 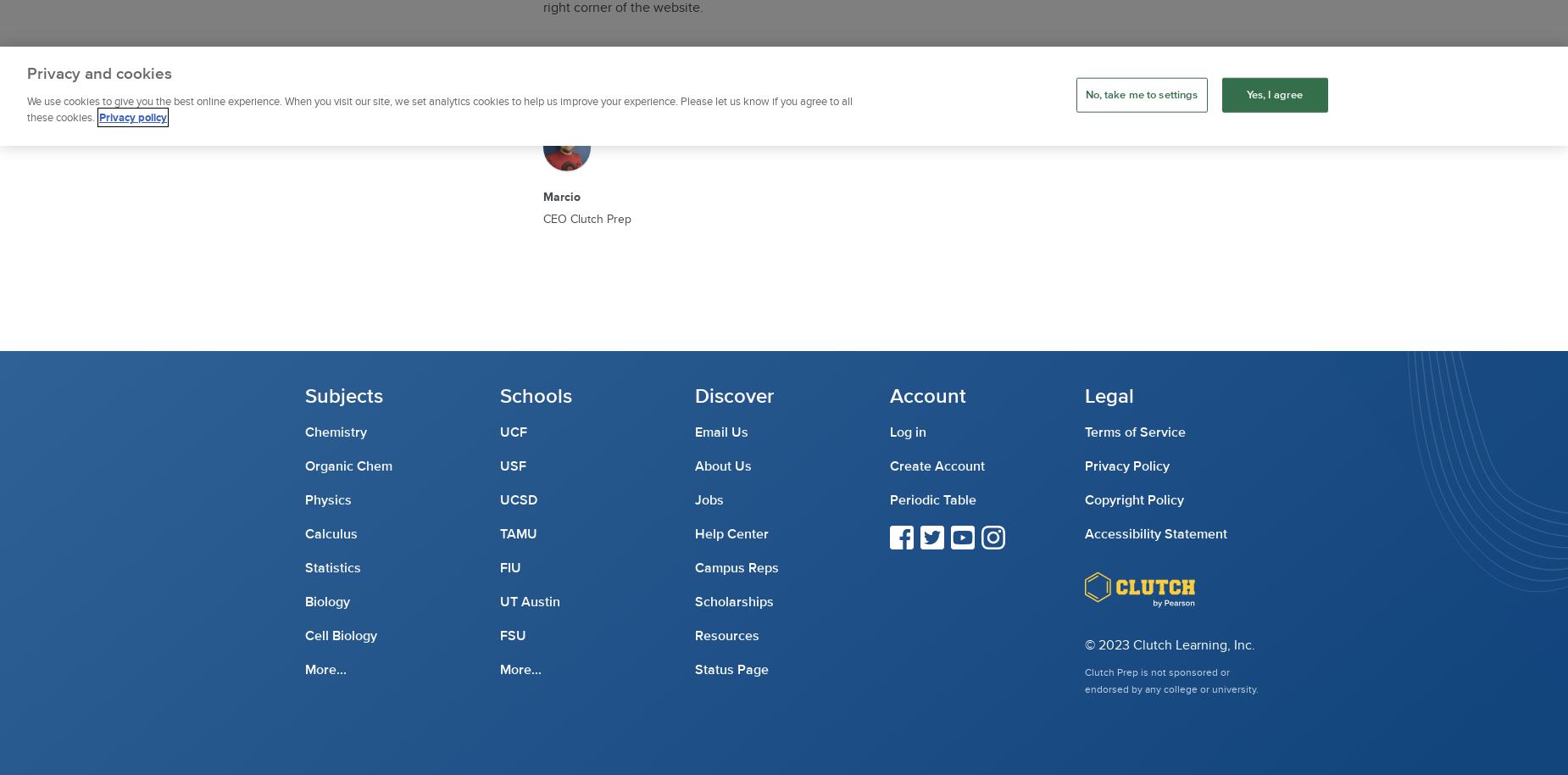 What do you see at coordinates (889, 466) in the screenshot?
I see `'Create Account'` at bounding box center [889, 466].